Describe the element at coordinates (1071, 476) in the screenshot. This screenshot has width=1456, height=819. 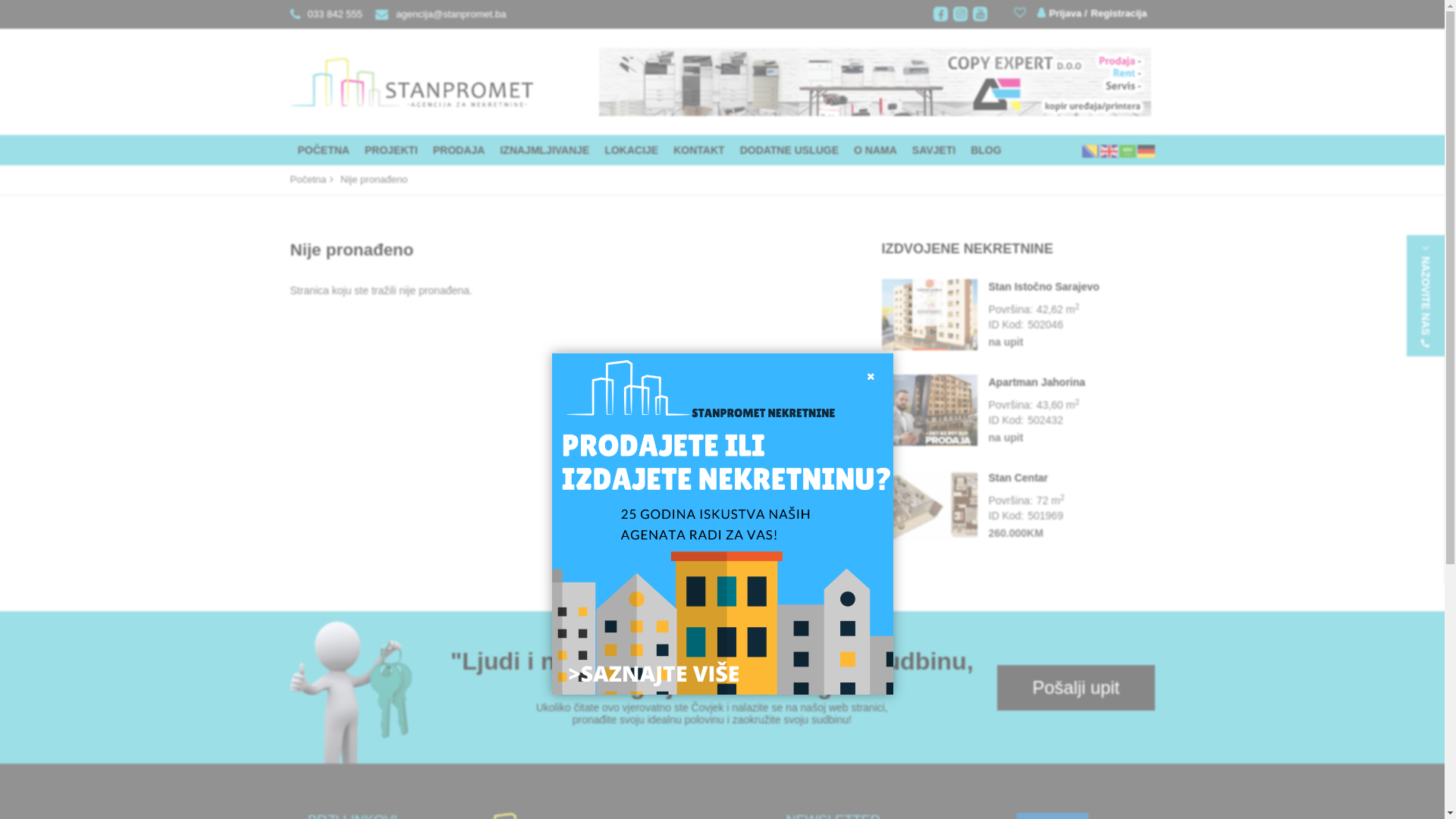
I see `'Stan Centar'` at that location.